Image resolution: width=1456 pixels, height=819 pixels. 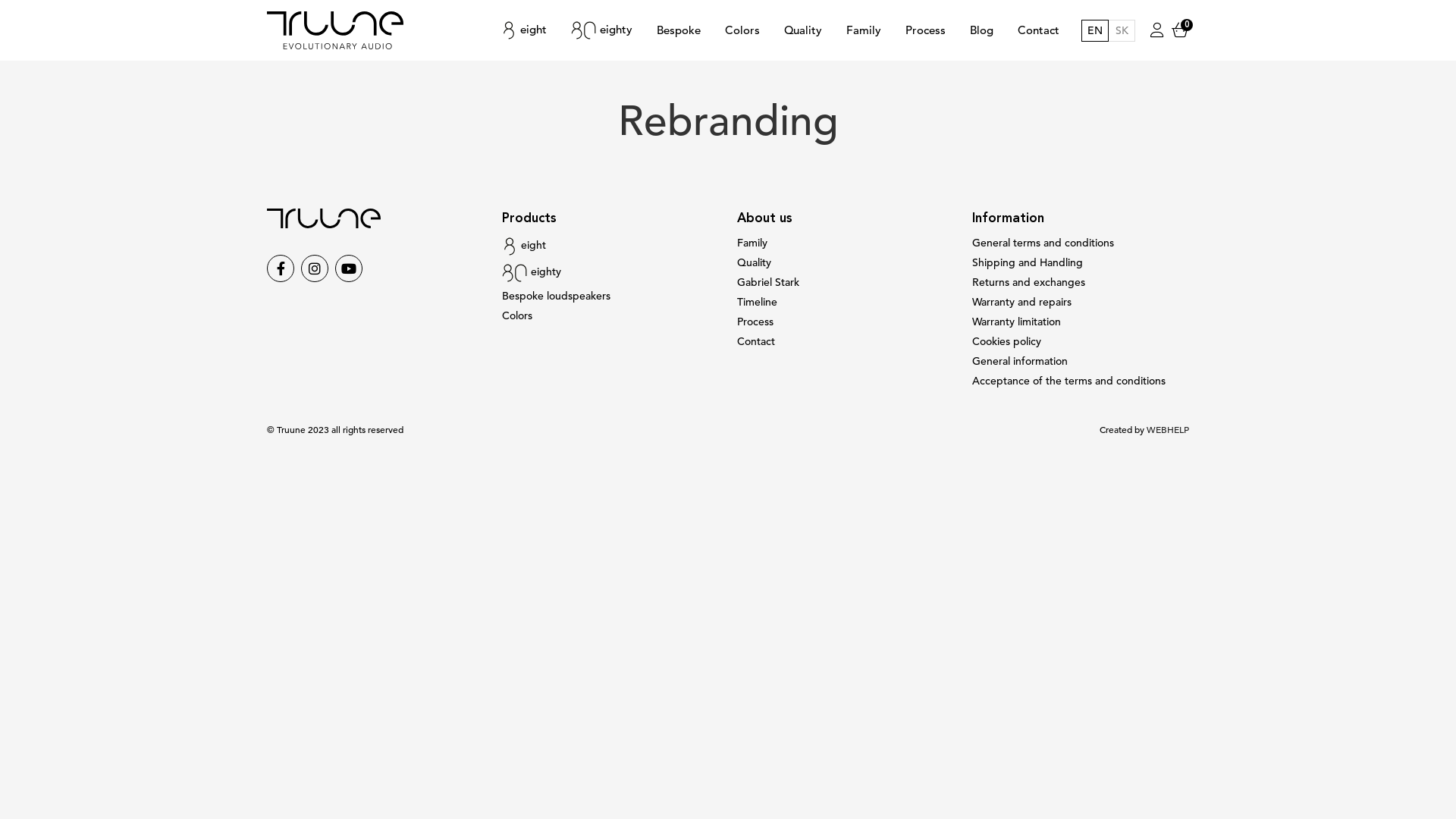 What do you see at coordinates (1095, 30) in the screenshot?
I see `'EN'` at bounding box center [1095, 30].